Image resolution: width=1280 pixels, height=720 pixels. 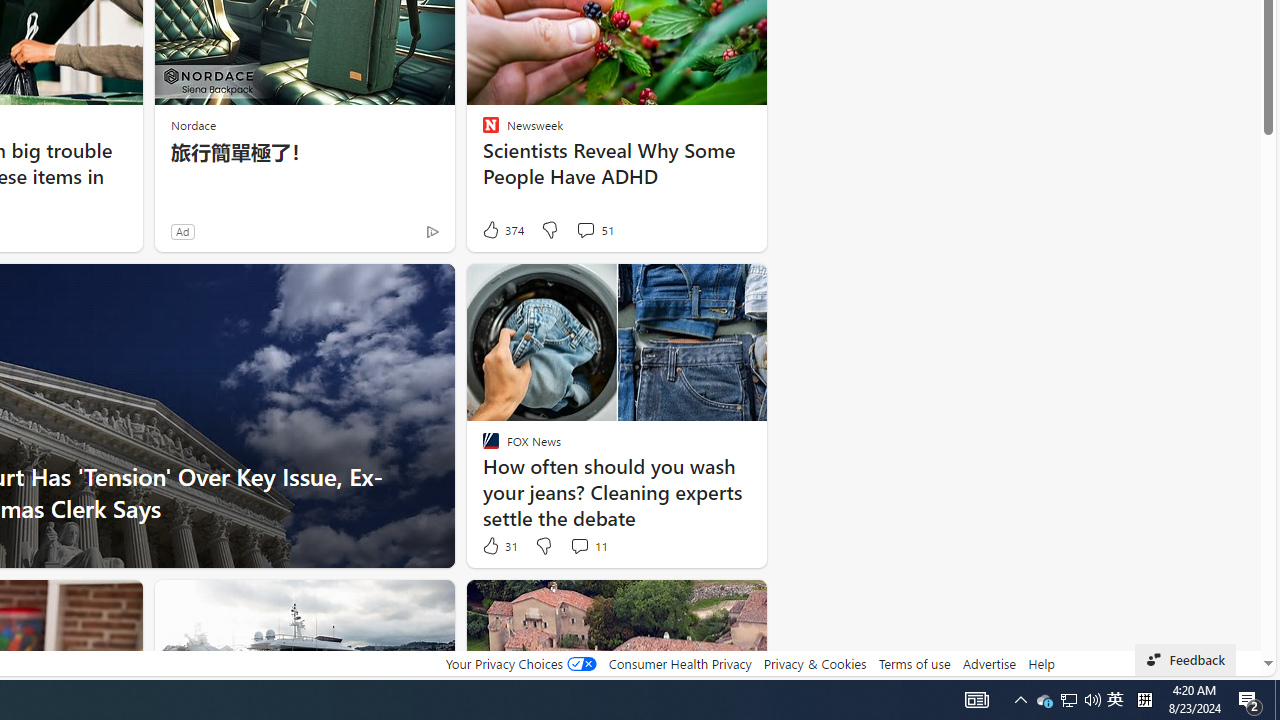 I want to click on 'Terms of use', so click(x=913, y=663).